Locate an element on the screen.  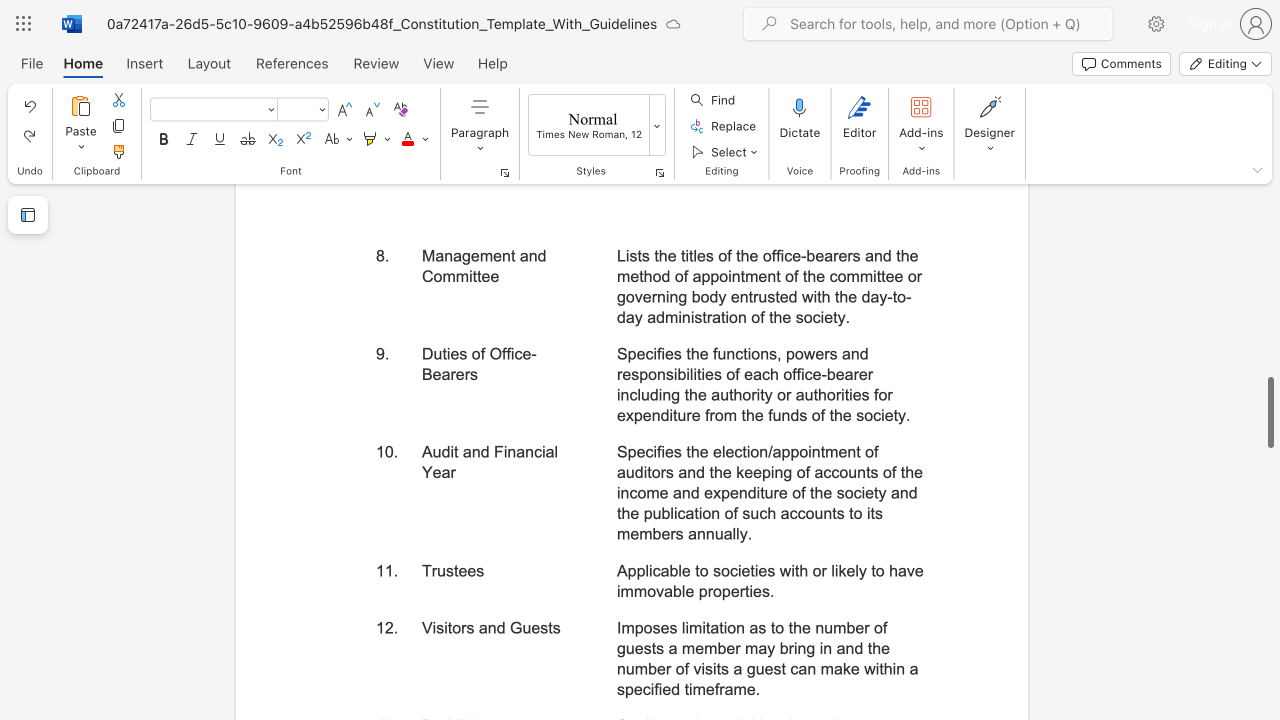
the subset text "imeframe." within the text "Imposes limitation as to the number of guests a member may bring in and the number of visits a guest can make within a specified timeframe." is located at coordinates (689, 688).